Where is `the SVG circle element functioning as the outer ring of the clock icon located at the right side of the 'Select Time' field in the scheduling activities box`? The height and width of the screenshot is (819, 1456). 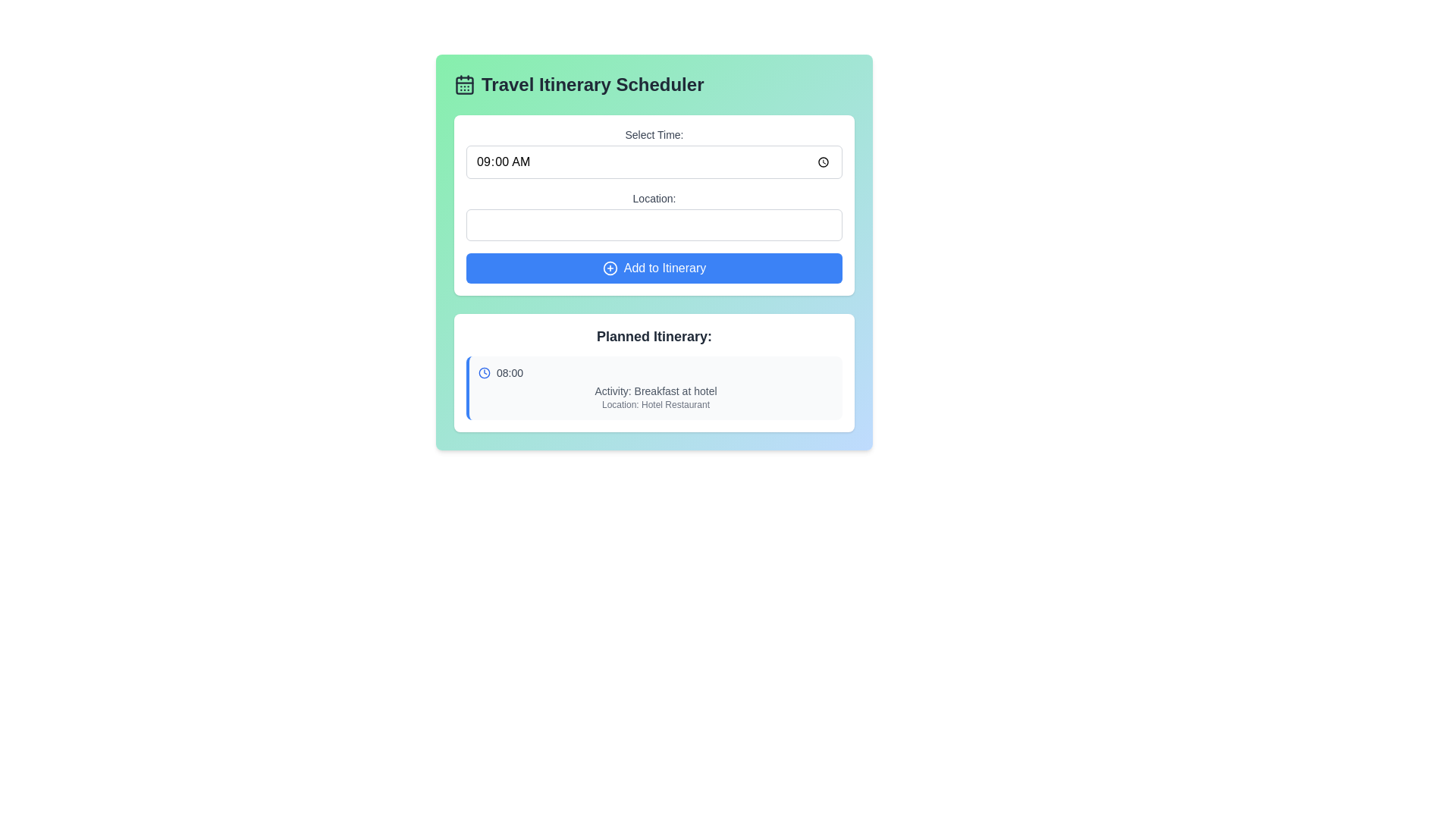
the SVG circle element functioning as the outer ring of the clock icon located at the right side of the 'Select Time' field in the scheduling activities box is located at coordinates (483, 373).